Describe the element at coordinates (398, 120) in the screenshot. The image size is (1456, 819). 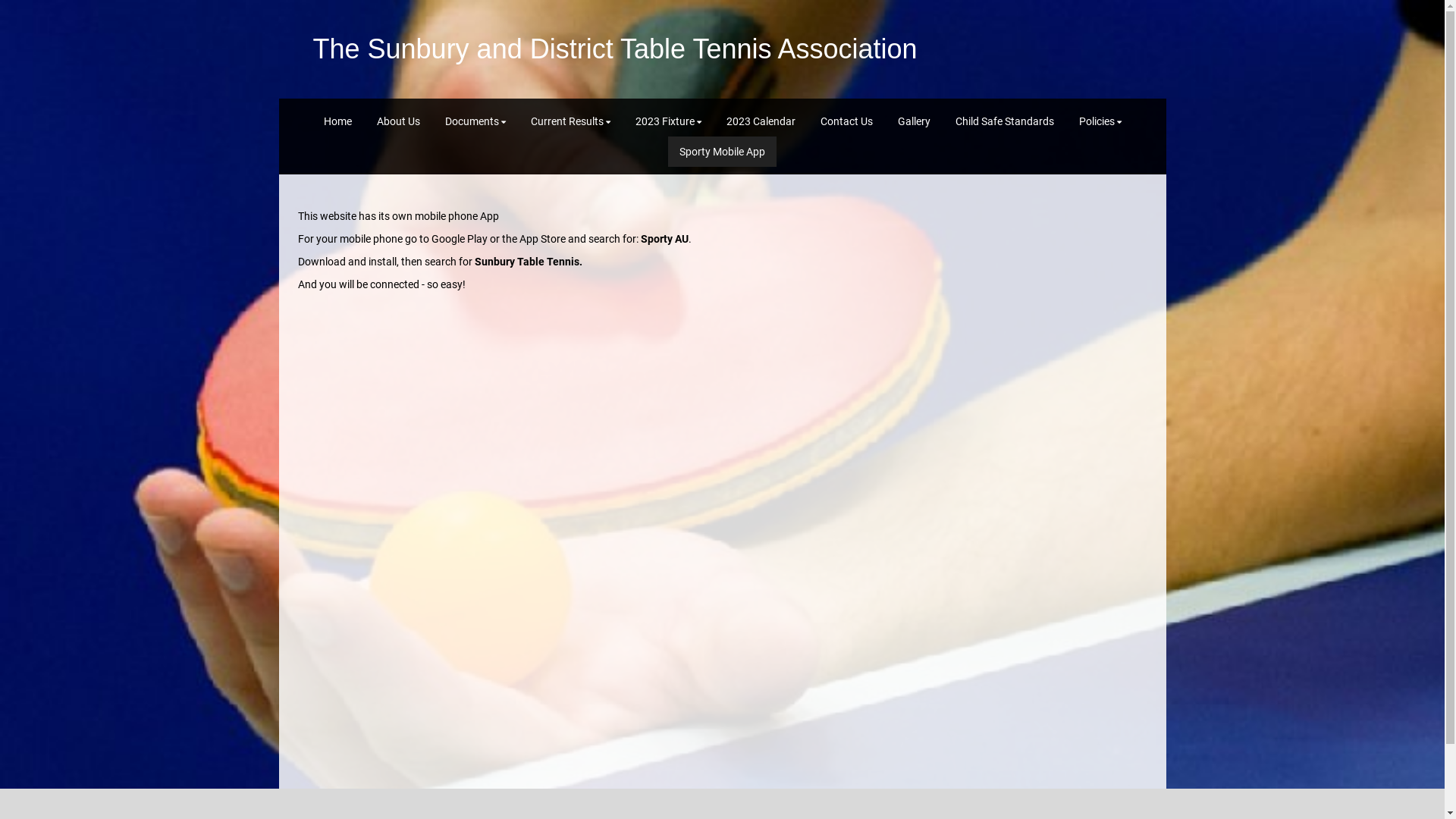
I see `'About Us'` at that location.